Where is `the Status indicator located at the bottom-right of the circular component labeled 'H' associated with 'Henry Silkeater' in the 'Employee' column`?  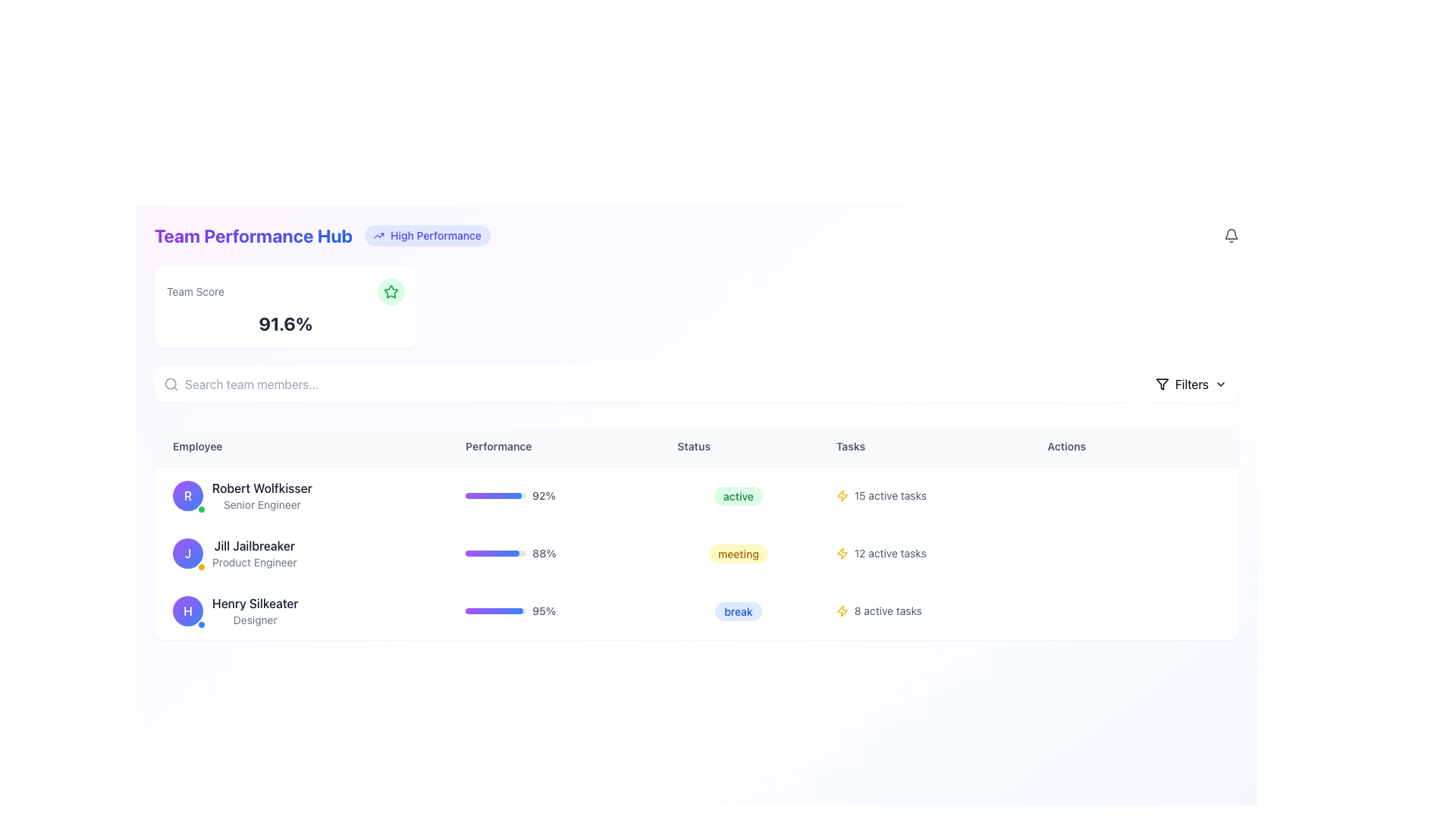 the Status indicator located at the bottom-right of the circular component labeled 'H' associated with 'Henry Silkeater' in the 'Employee' column is located at coordinates (200, 625).